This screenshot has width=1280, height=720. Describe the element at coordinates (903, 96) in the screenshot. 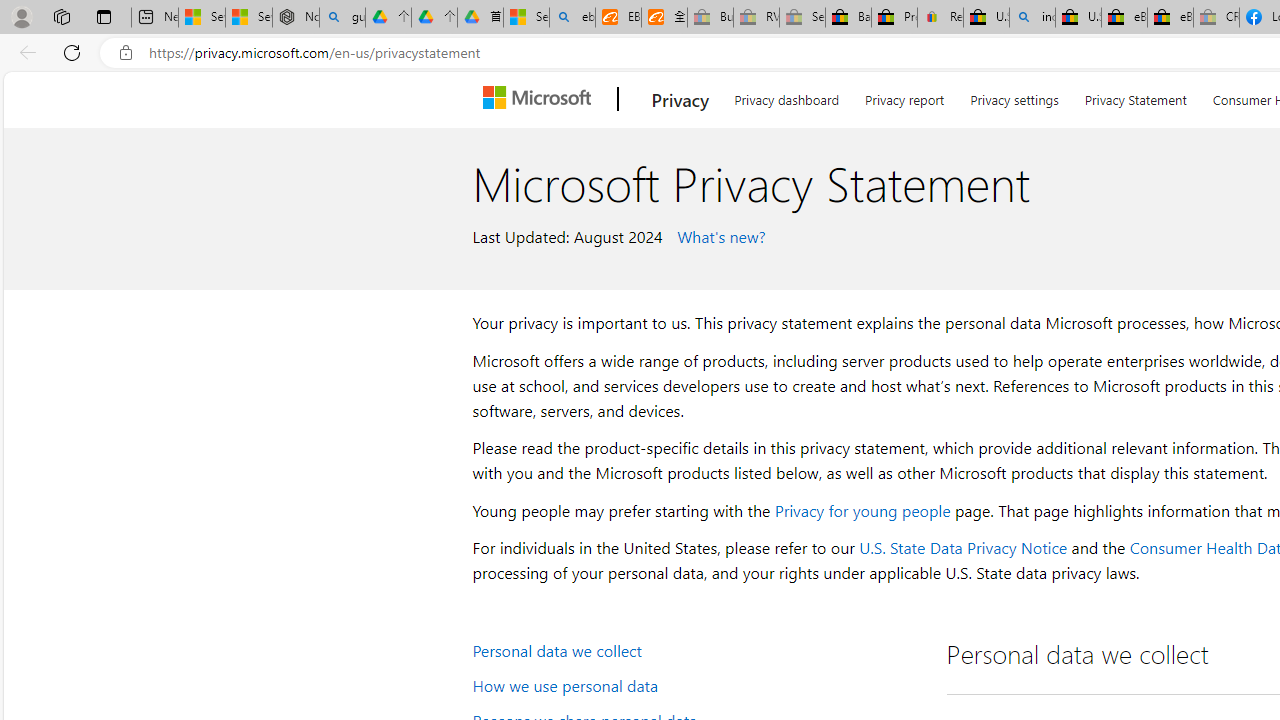

I see `'Privacy report'` at that location.